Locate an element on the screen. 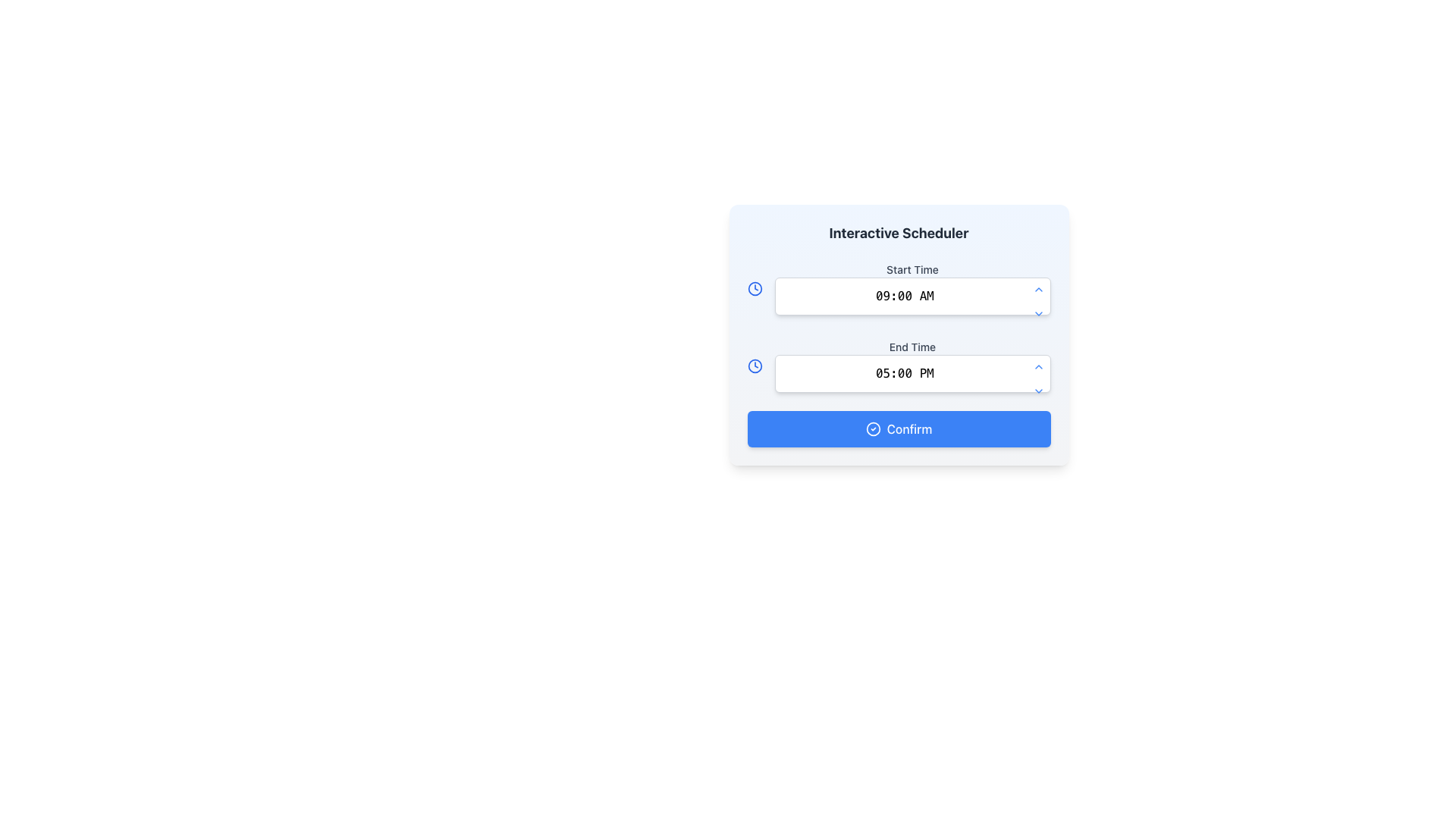 The height and width of the screenshot is (819, 1456). the blue upward chevron icon located to the right of the 'Start Time' input field for indication is located at coordinates (1037, 289).